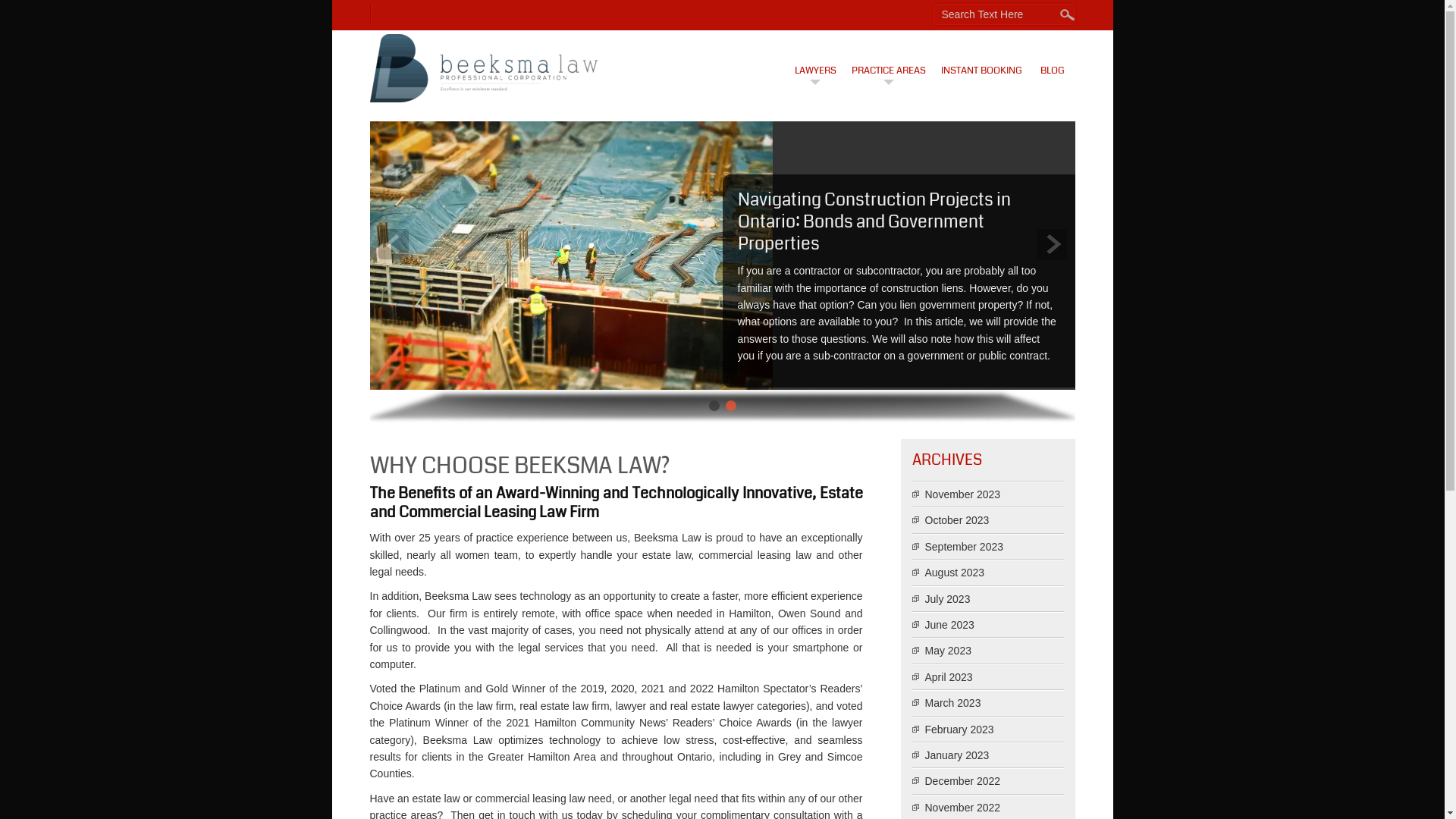  What do you see at coordinates (962, 806) in the screenshot?
I see `'November 2022'` at bounding box center [962, 806].